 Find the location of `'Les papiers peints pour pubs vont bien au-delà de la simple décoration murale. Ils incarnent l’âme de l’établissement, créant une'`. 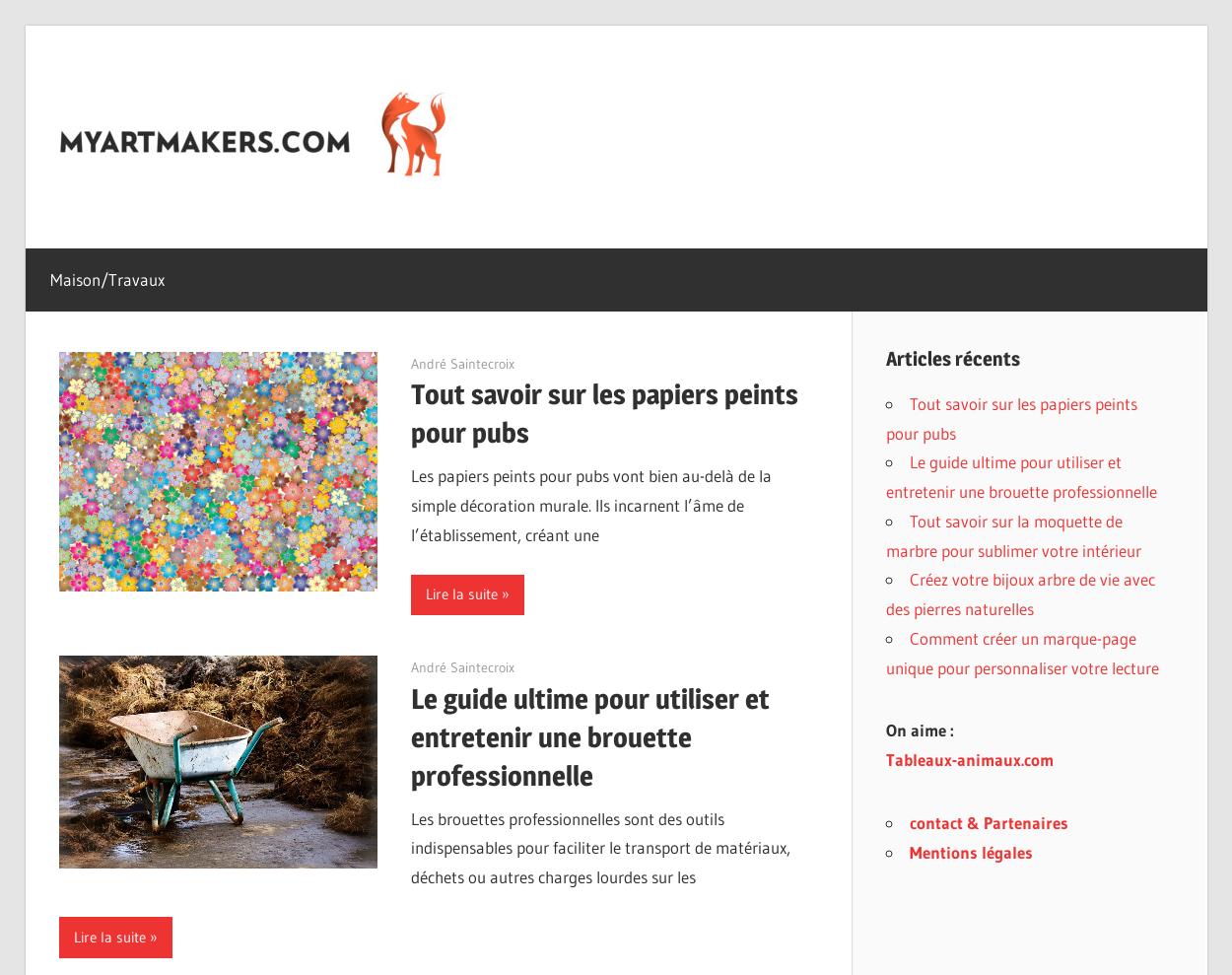

'Les papiers peints pour pubs vont bien au-delà de la simple décoration murale. Ils incarnent l’âme de l’établissement, créant une' is located at coordinates (590, 505).